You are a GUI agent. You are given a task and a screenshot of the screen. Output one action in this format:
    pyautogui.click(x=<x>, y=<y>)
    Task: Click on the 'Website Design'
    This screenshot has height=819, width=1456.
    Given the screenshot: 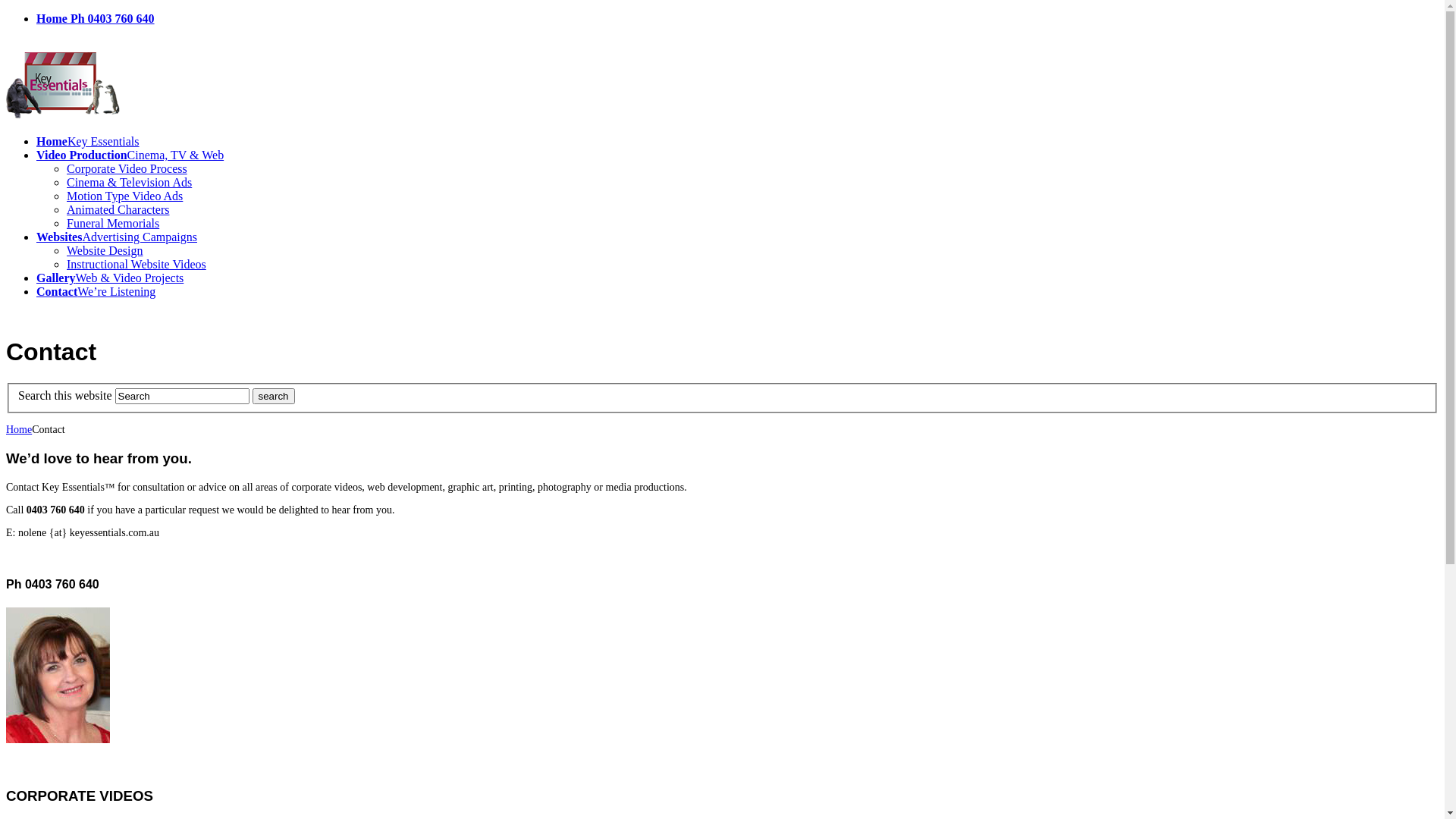 What is the action you would take?
    pyautogui.click(x=104, y=249)
    